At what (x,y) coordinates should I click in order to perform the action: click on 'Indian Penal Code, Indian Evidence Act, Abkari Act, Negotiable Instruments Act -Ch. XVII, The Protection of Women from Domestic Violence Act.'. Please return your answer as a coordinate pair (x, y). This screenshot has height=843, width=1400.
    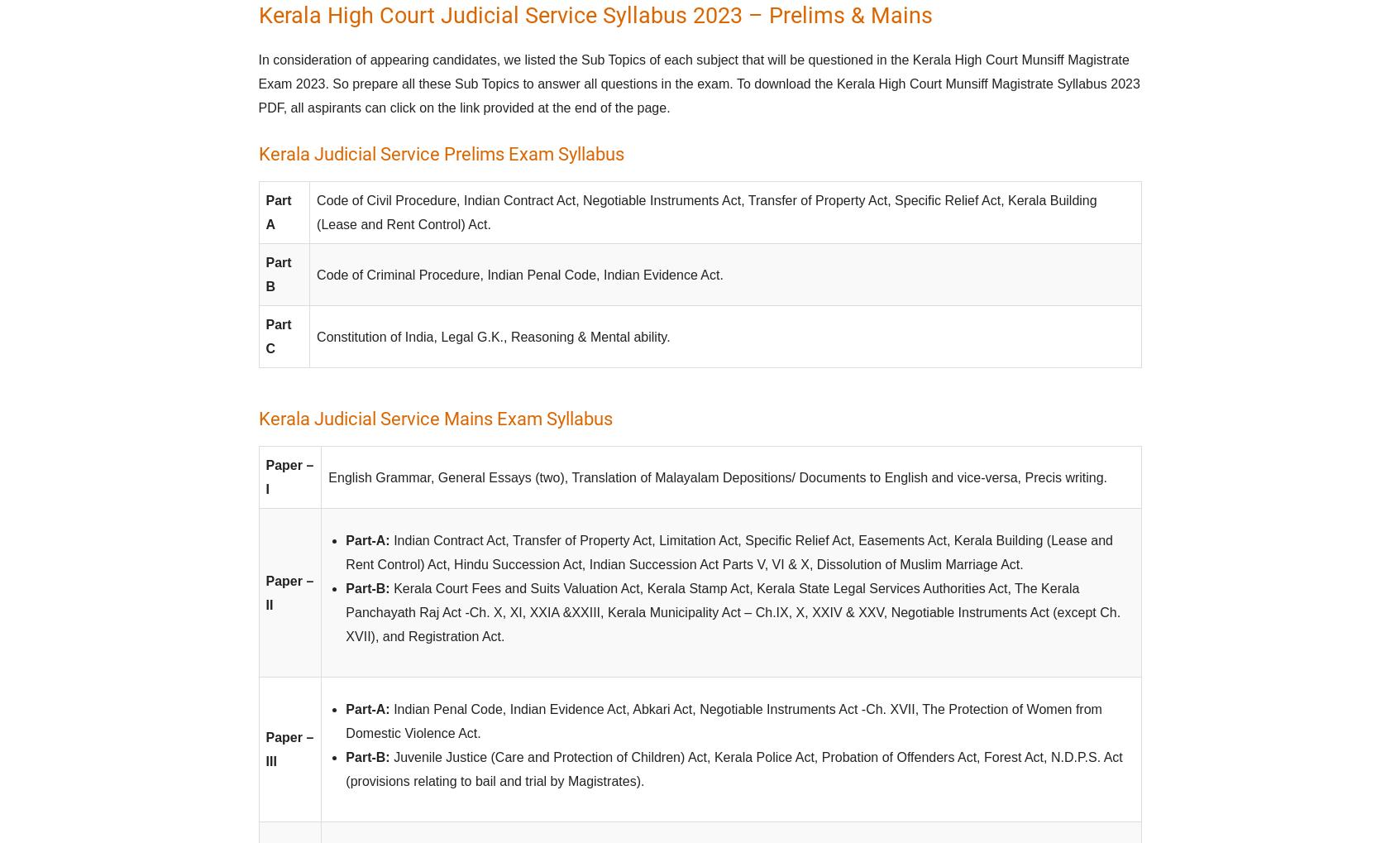
    Looking at the image, I should click on (723, 720).